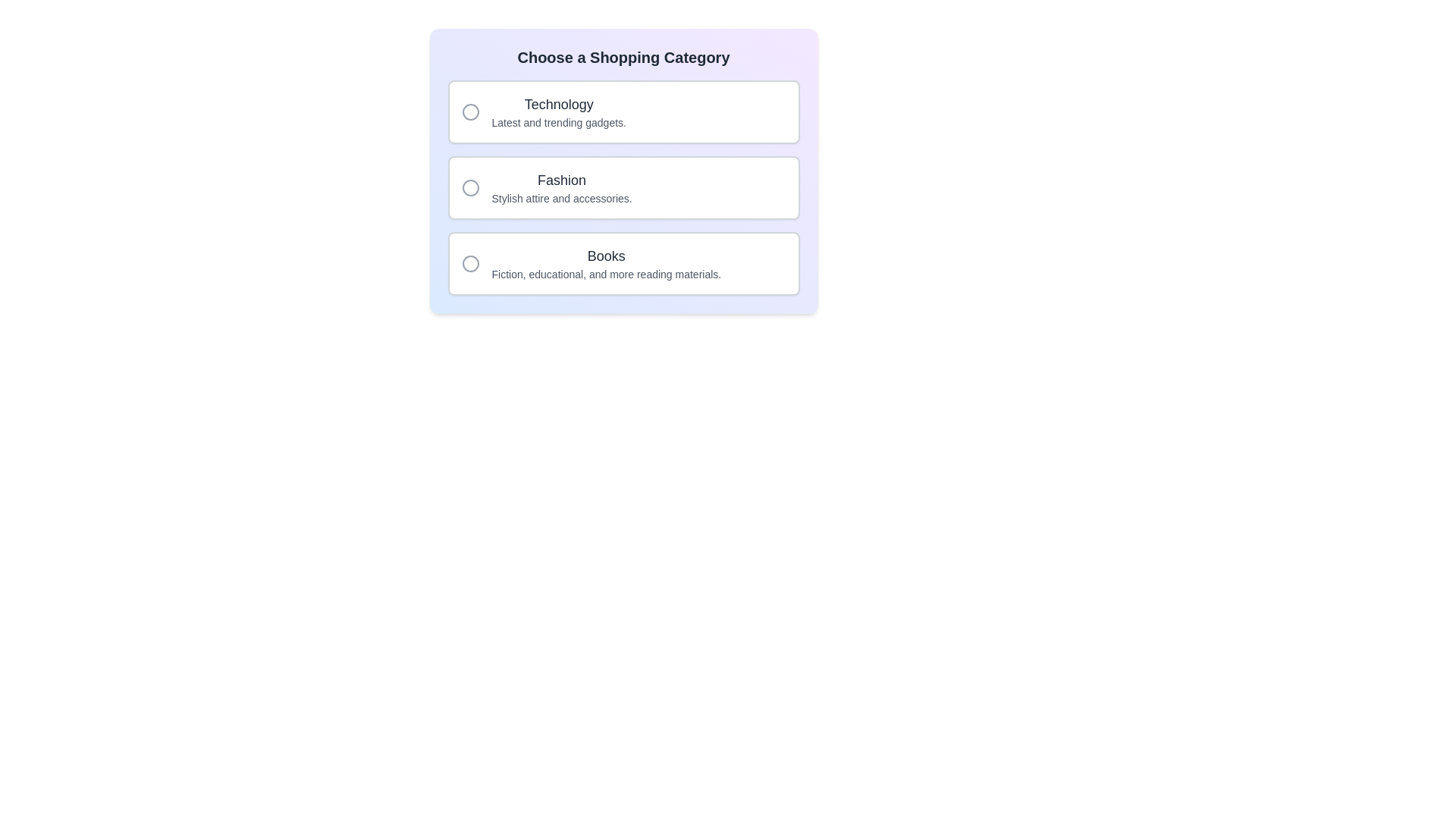  Describe the element at coordinates (469, 262) in the screenshot. I see `the circular icon outlined with a gray border located at the left edge of the 'Books' card` at that location.